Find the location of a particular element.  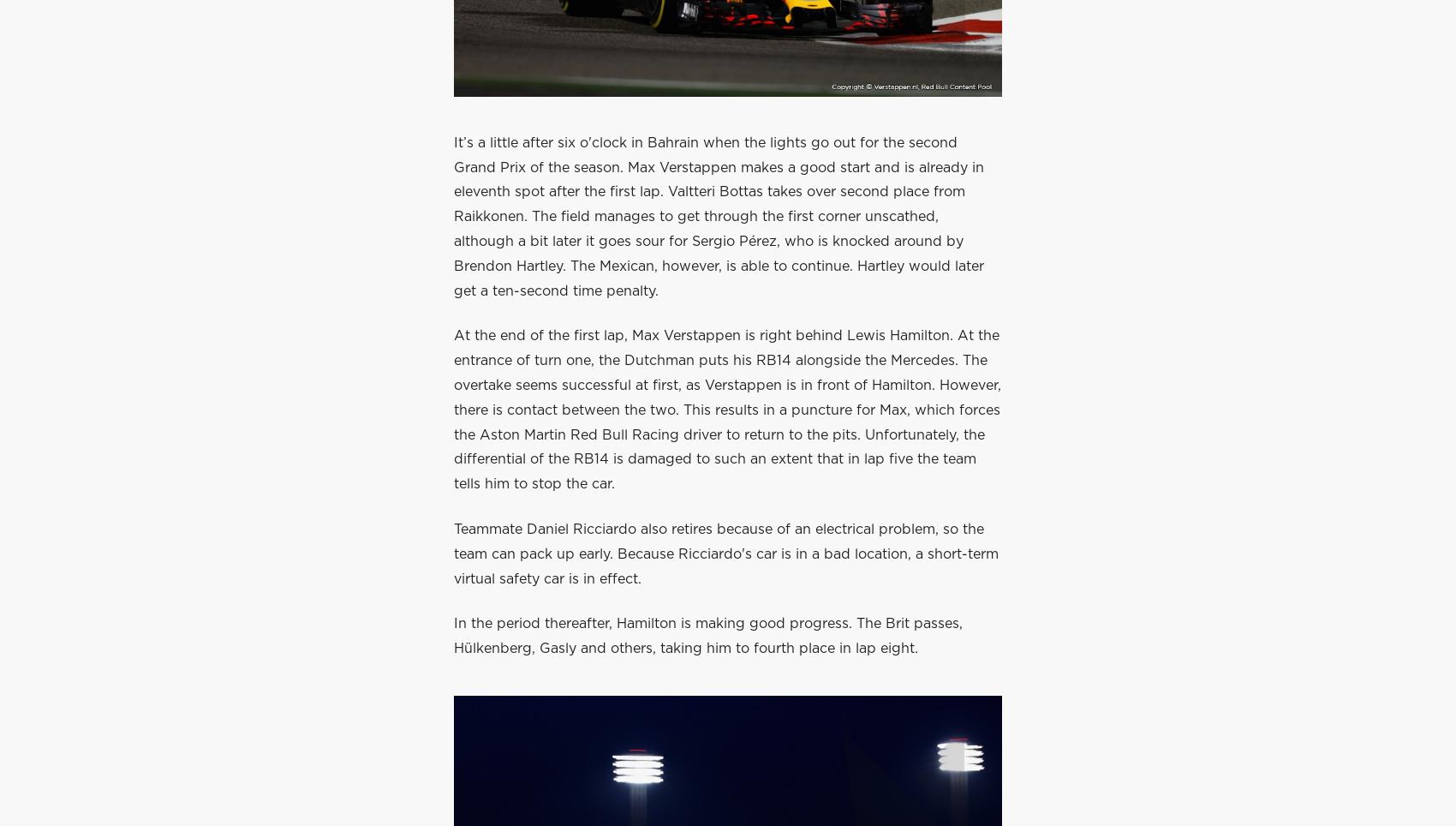

'Shop' is located at coordinates (748, 86).